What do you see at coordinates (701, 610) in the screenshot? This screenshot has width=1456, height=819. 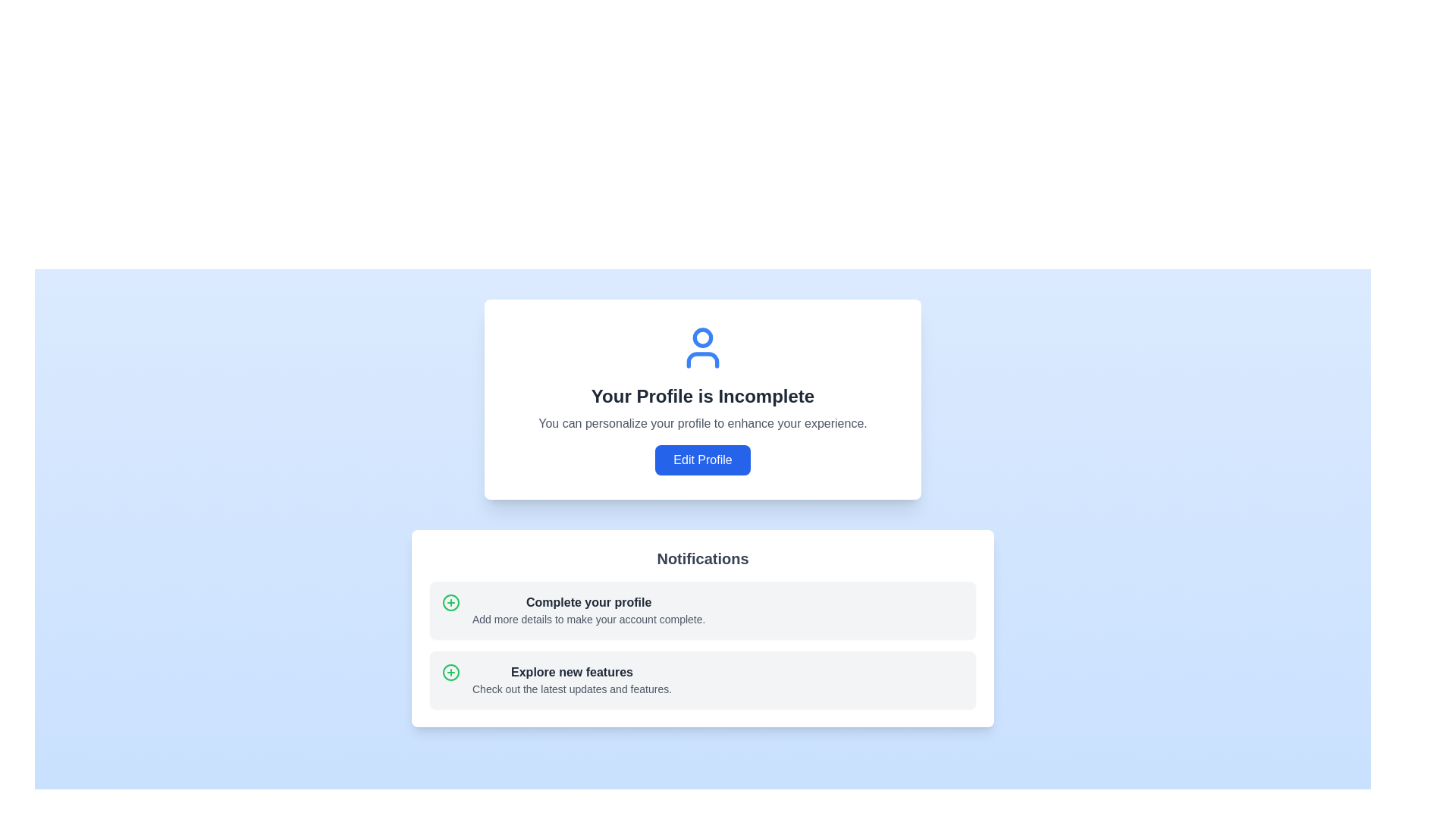 I see `the Informational Banner located in the Notifications section, which is the upper of two notifications above the 'Explore new features' notification` at bounding box center [701, 610].